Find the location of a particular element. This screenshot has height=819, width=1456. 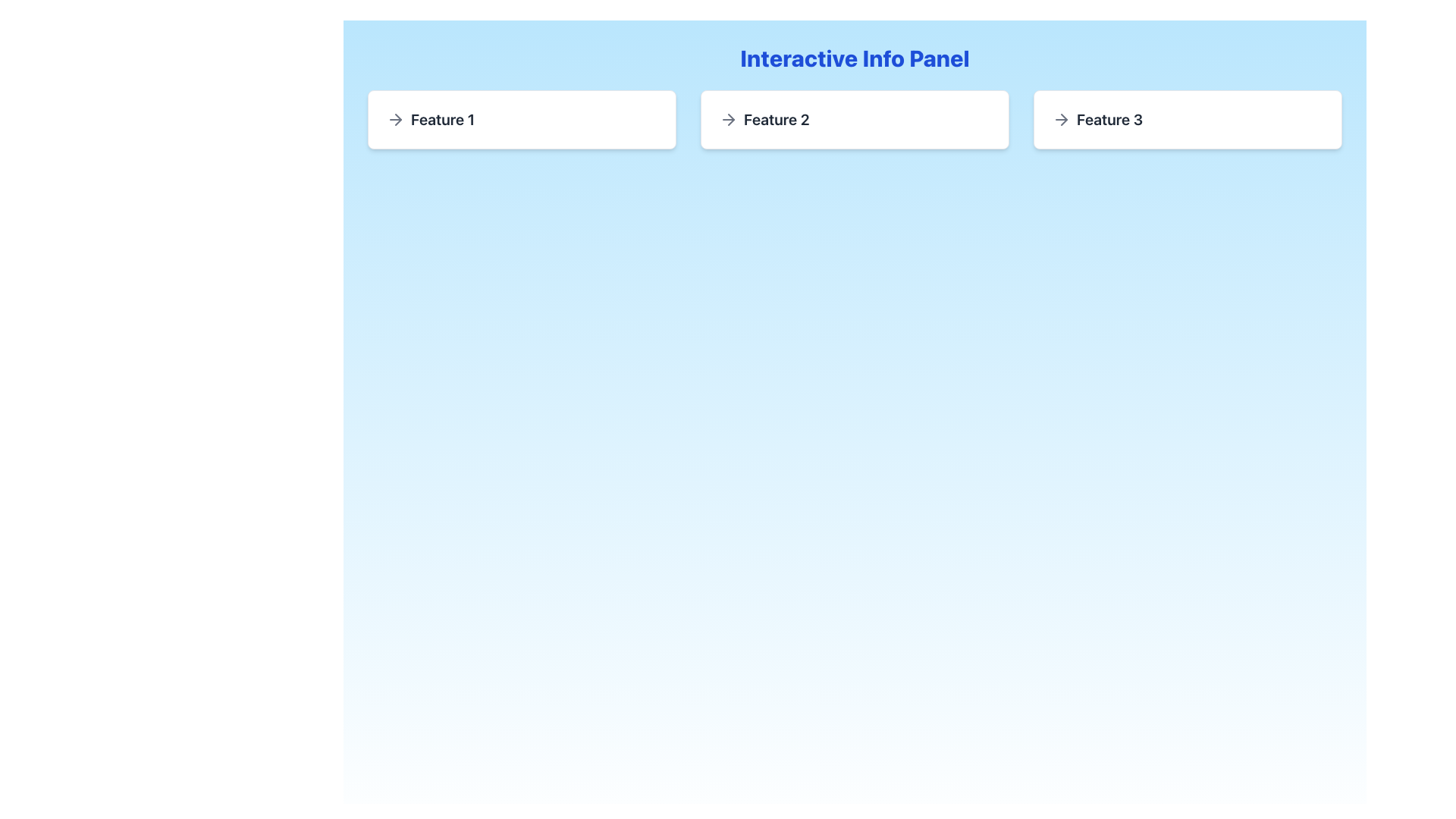

the alignment of the arrow icon positioned to the left of the text 'Feature 2' in the grid-based layout interface is located at coordinates (728, 119).